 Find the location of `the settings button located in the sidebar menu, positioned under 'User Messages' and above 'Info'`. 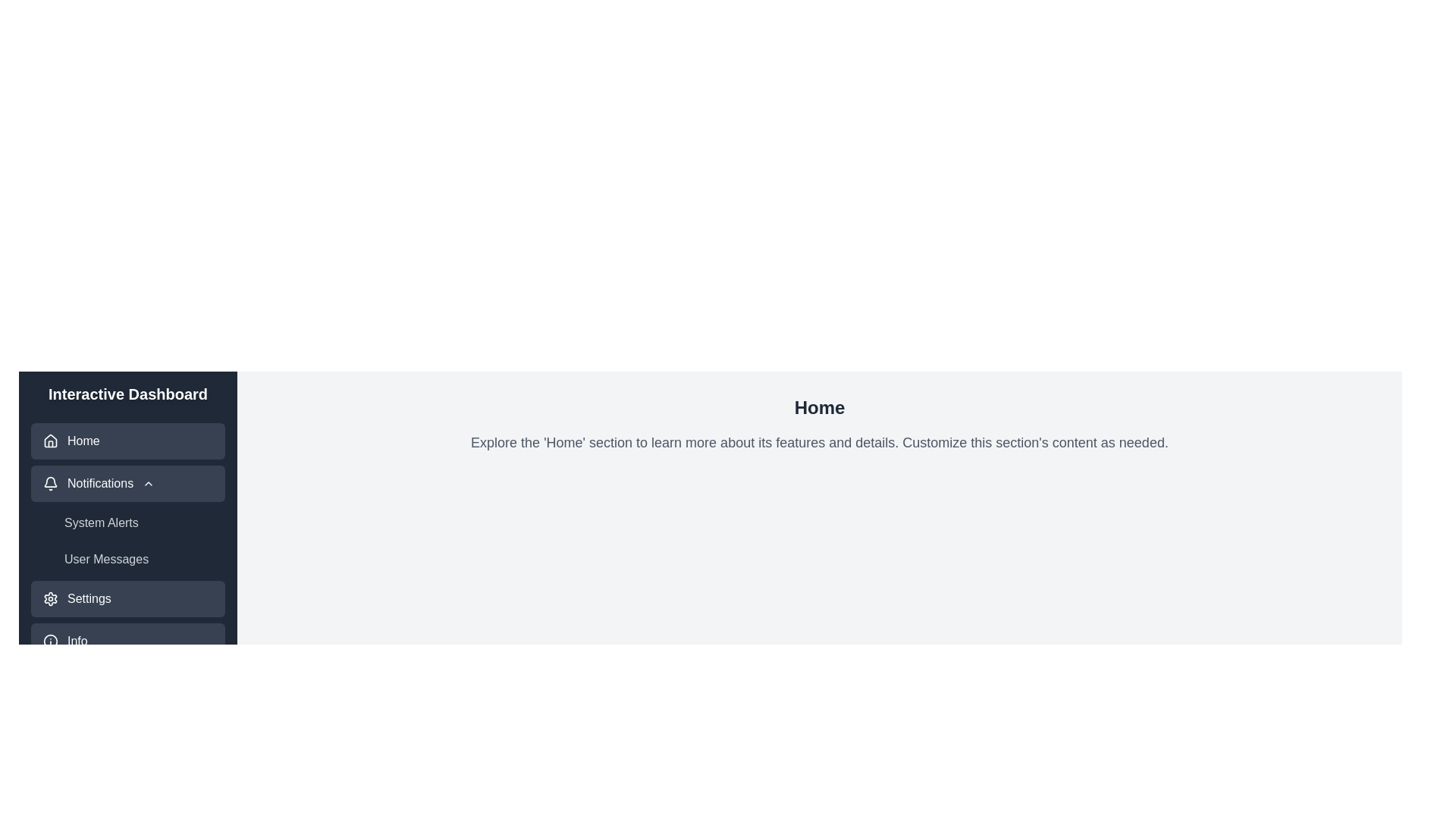

the settings button located in the sidebar menu, positioned under 'User Messages' and above 'Info' is located at coordinates (127, 598).